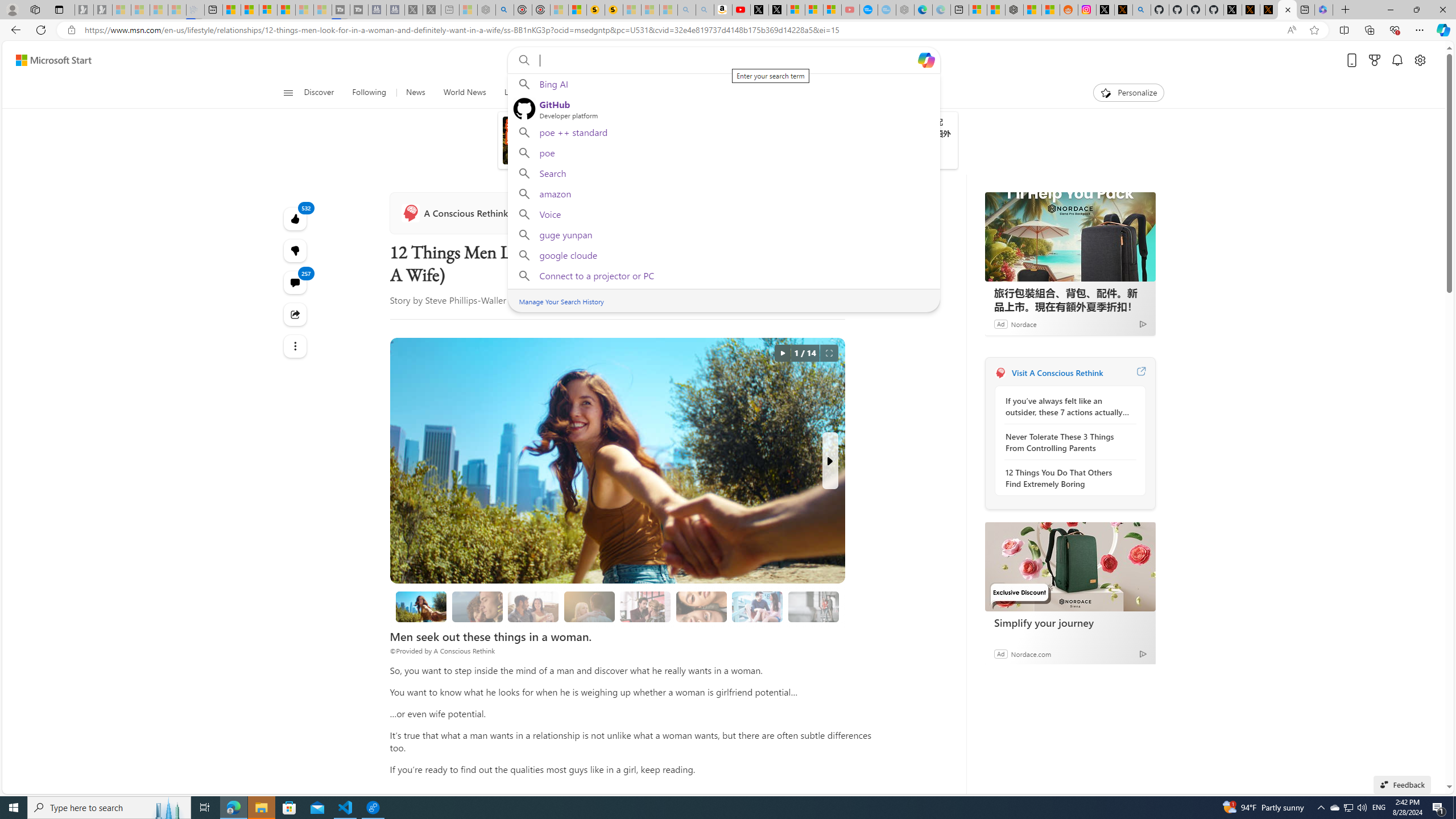 This screenshot has height=819, width=1456. What do you see at coordinates (868, 9) in the screenshot?
I see `'Opinion: Op-Ed and Commentary - USA TODAY'` at bounding box center [868, 9].